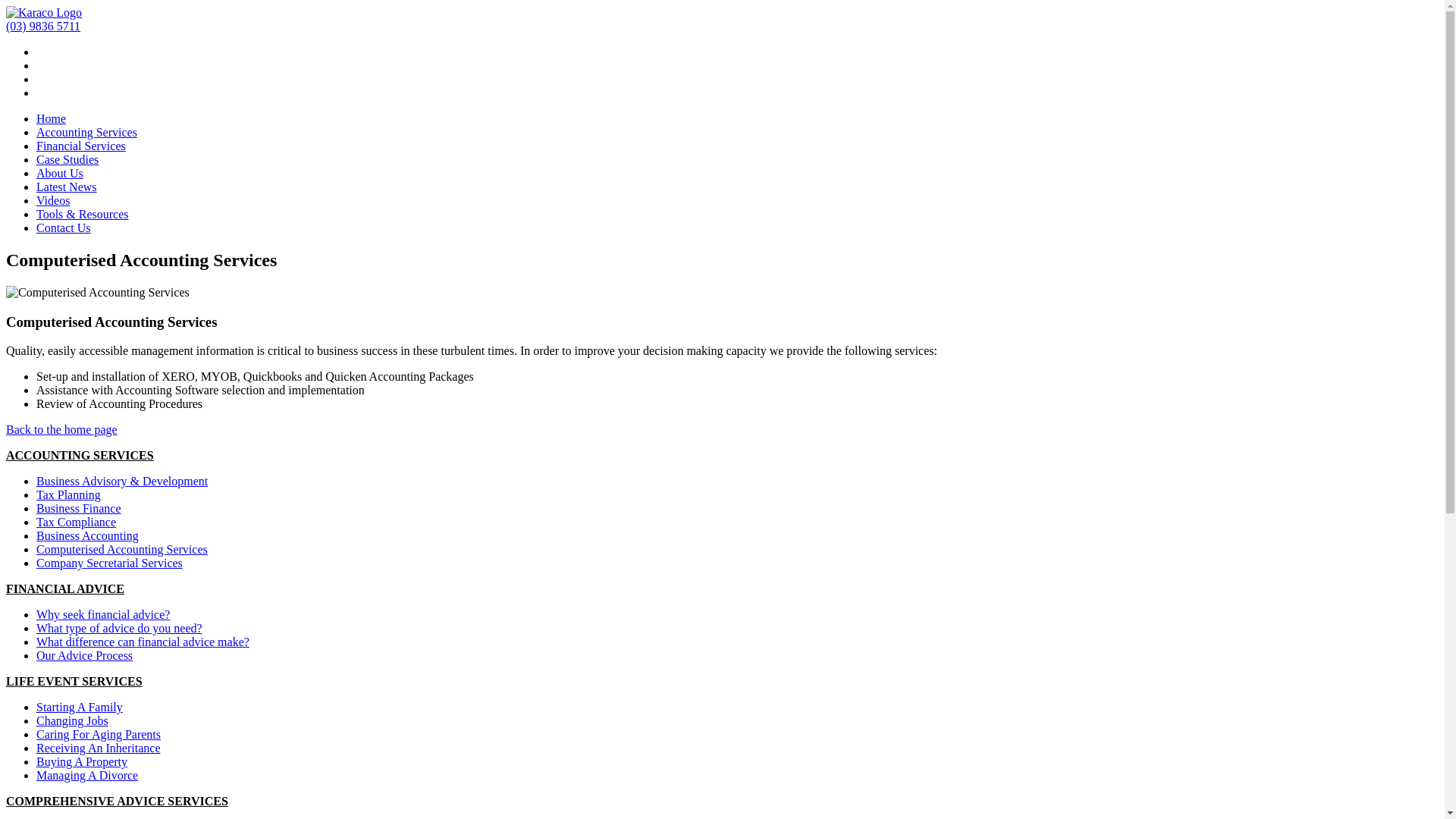 This screenshot has height=819, width=1456. Describe the element at coordinates (102, 614) in the screenshot. I see `'Why seek financial advice?'` at that location.